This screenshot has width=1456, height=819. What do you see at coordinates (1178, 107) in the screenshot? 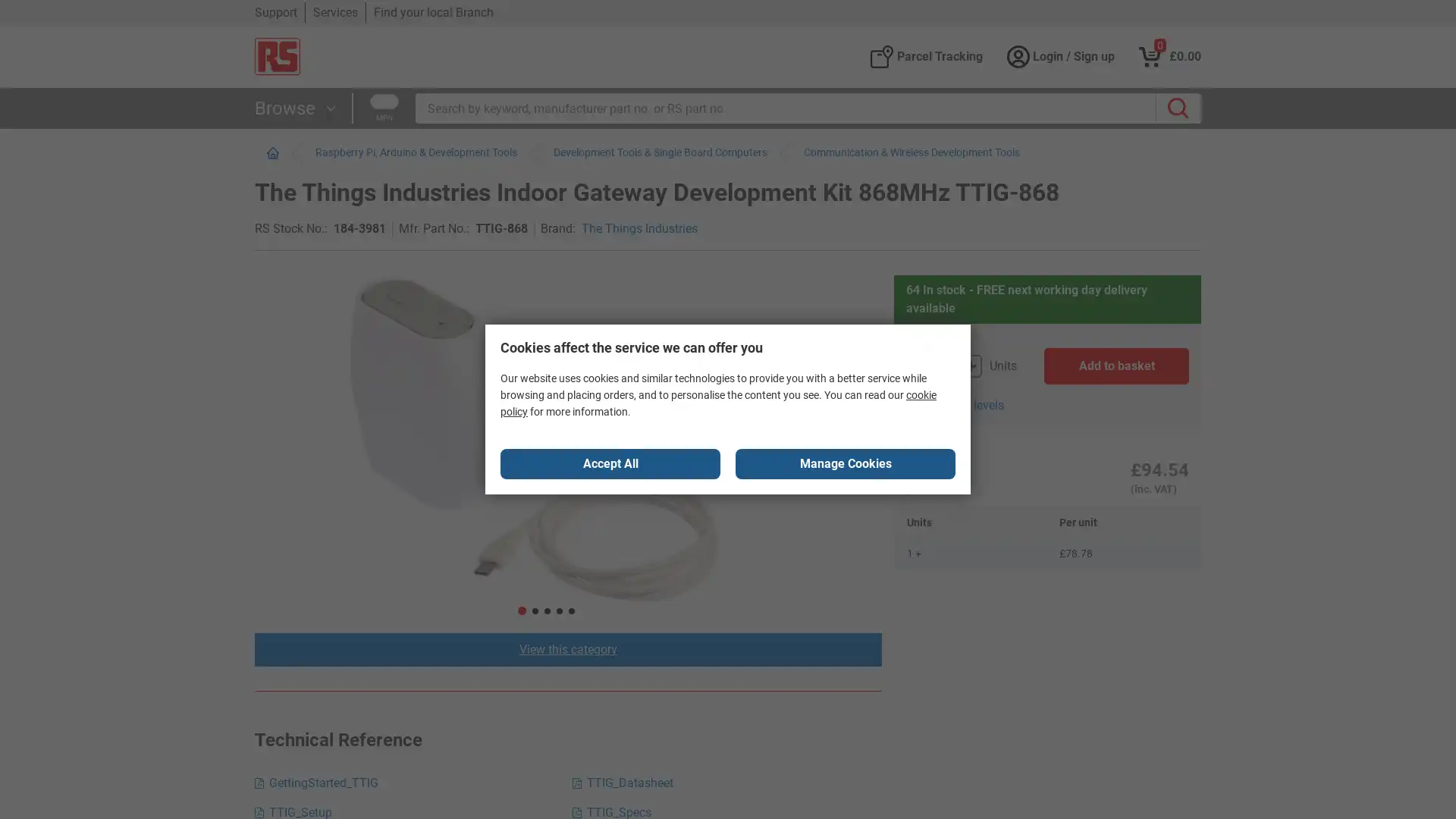
I see `Search button` at bounding box center [1178, 107].